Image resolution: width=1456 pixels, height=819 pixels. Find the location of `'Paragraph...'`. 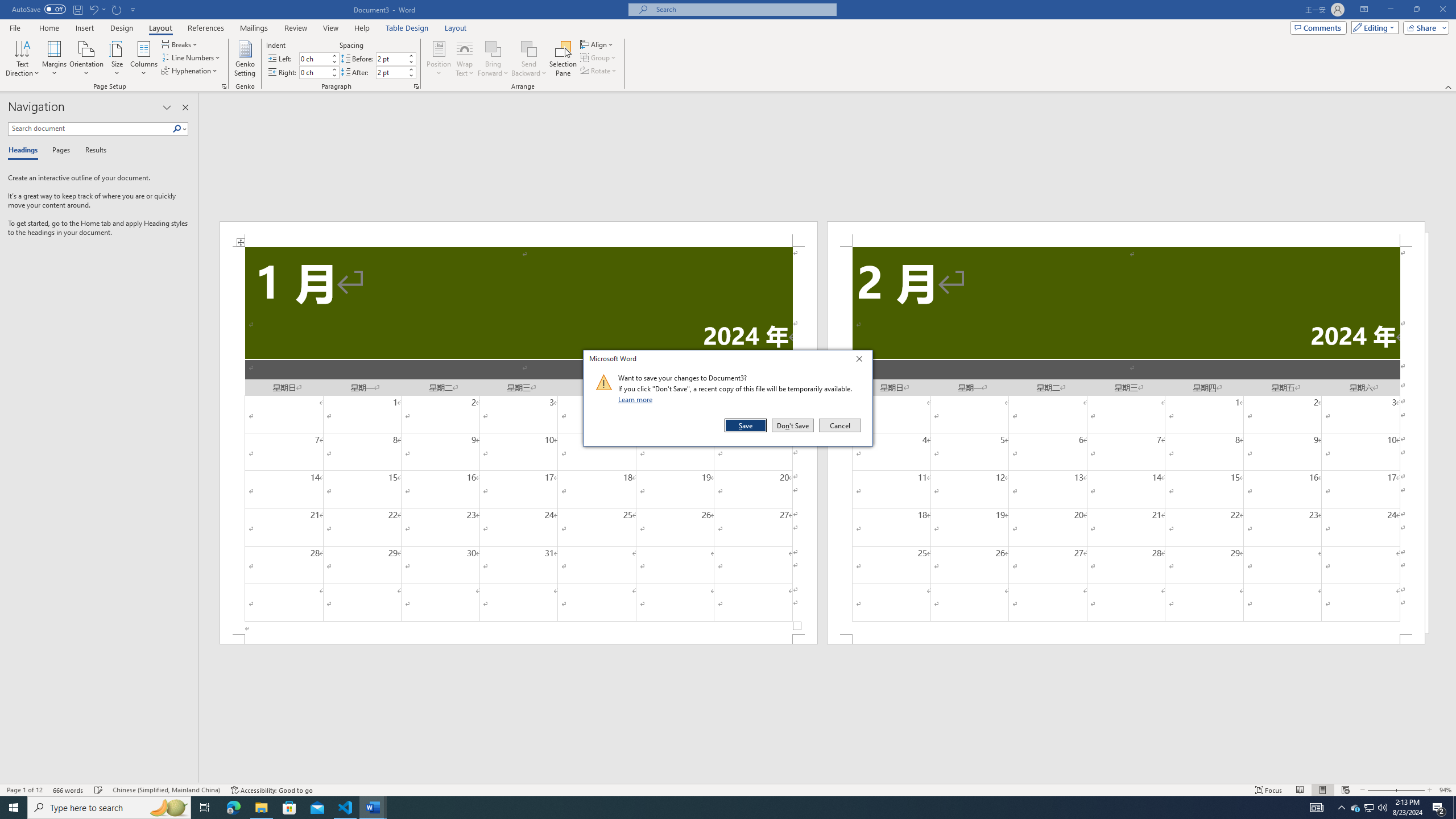

'Paragraph...' is located at coordinates (416, 85).